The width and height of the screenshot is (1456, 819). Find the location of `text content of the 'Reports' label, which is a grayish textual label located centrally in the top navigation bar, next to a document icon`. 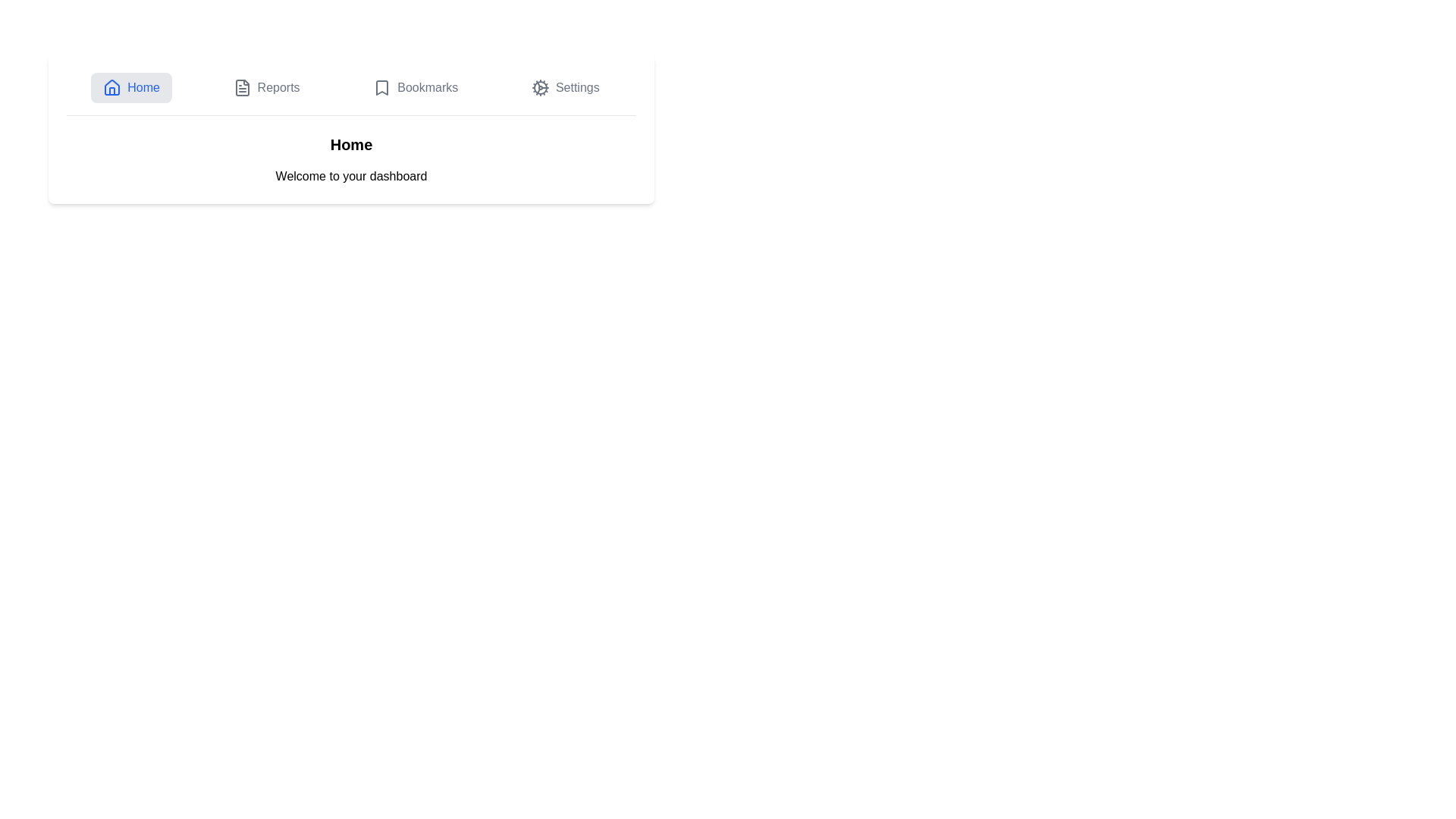

text content of the 'Reports' label, which is a grayish textual label located centrally in the top navigation bar, next to a document icon is located at coordinates (278, 87).